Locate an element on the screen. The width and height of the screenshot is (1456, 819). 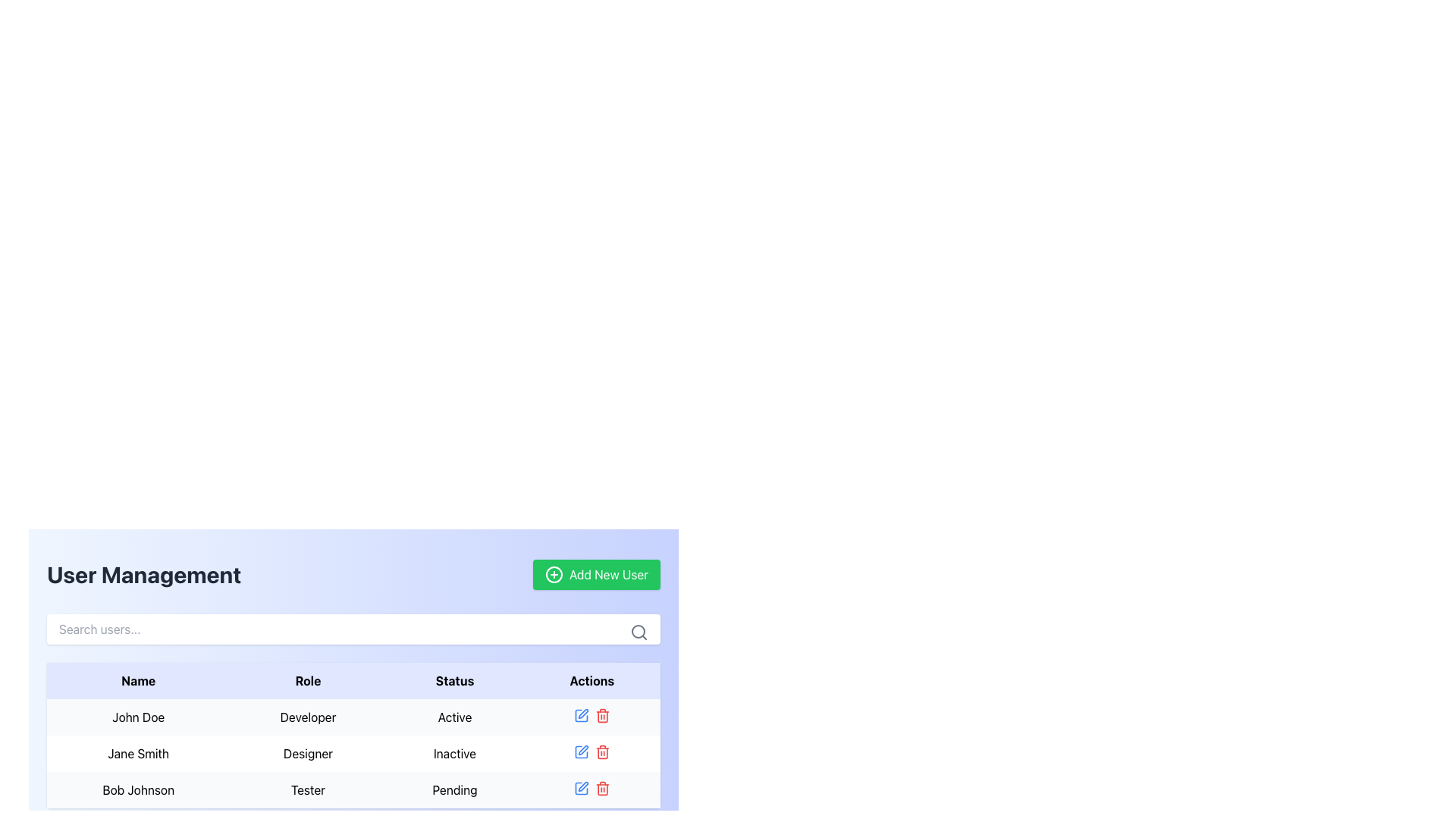
the red 'Delete' icon in the third row of the user management table containing 'Bob Johnson', 'Tester', and 'Pending' is located at coordinates (353, 789).